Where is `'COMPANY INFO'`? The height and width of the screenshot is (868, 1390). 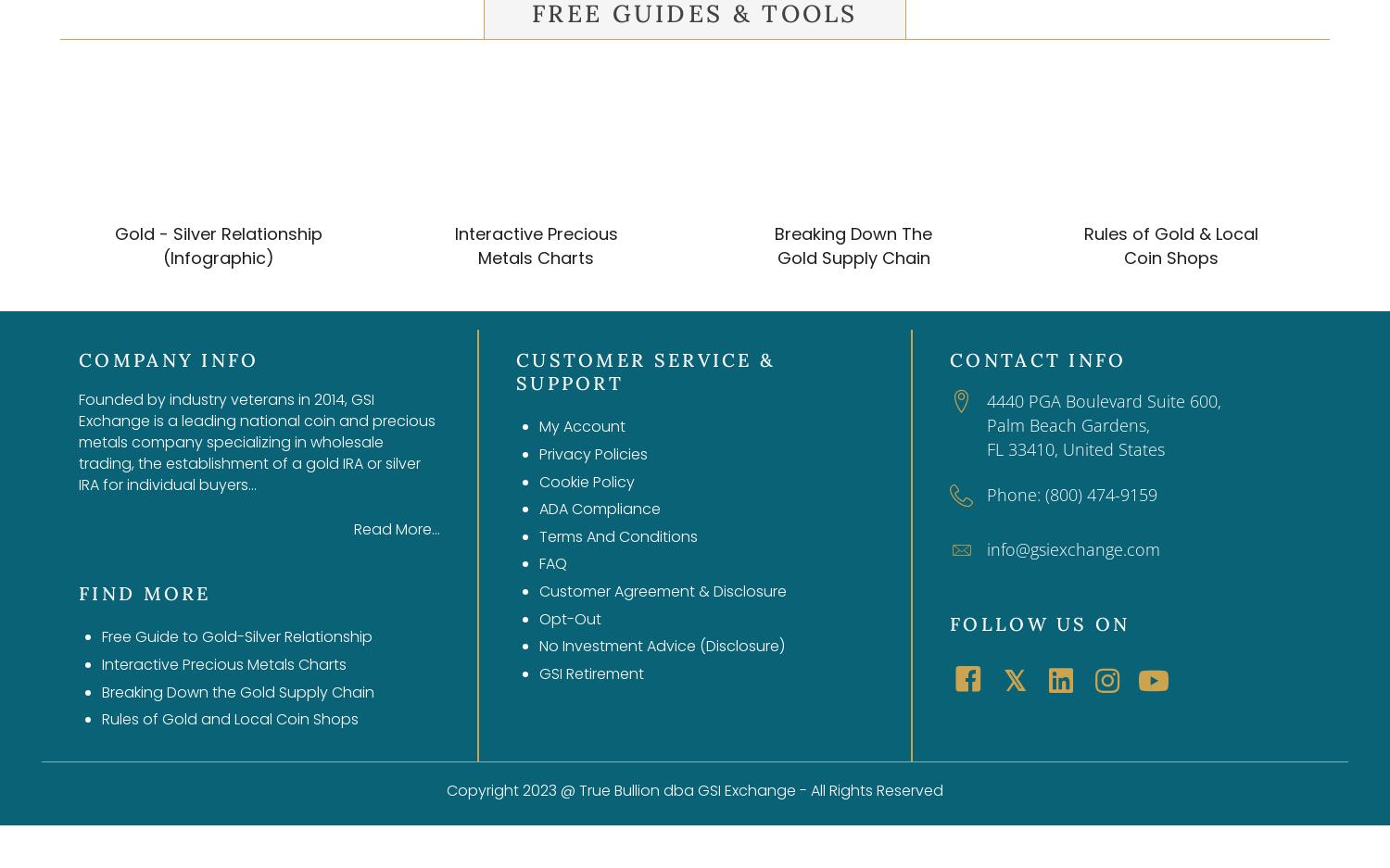 'COMPANY INFO' is located at coordinates (168, 359).